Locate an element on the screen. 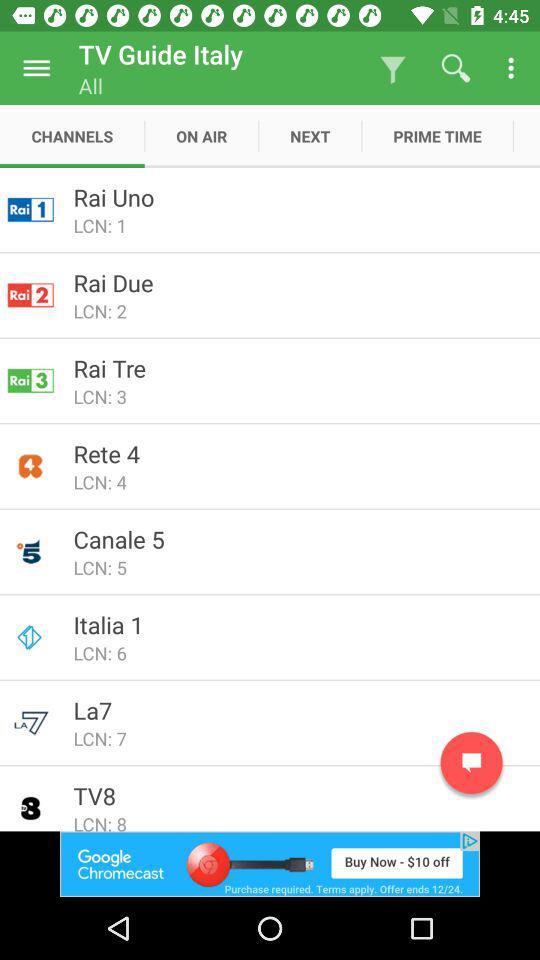  the chat icon is located at coordinates (471, 762).